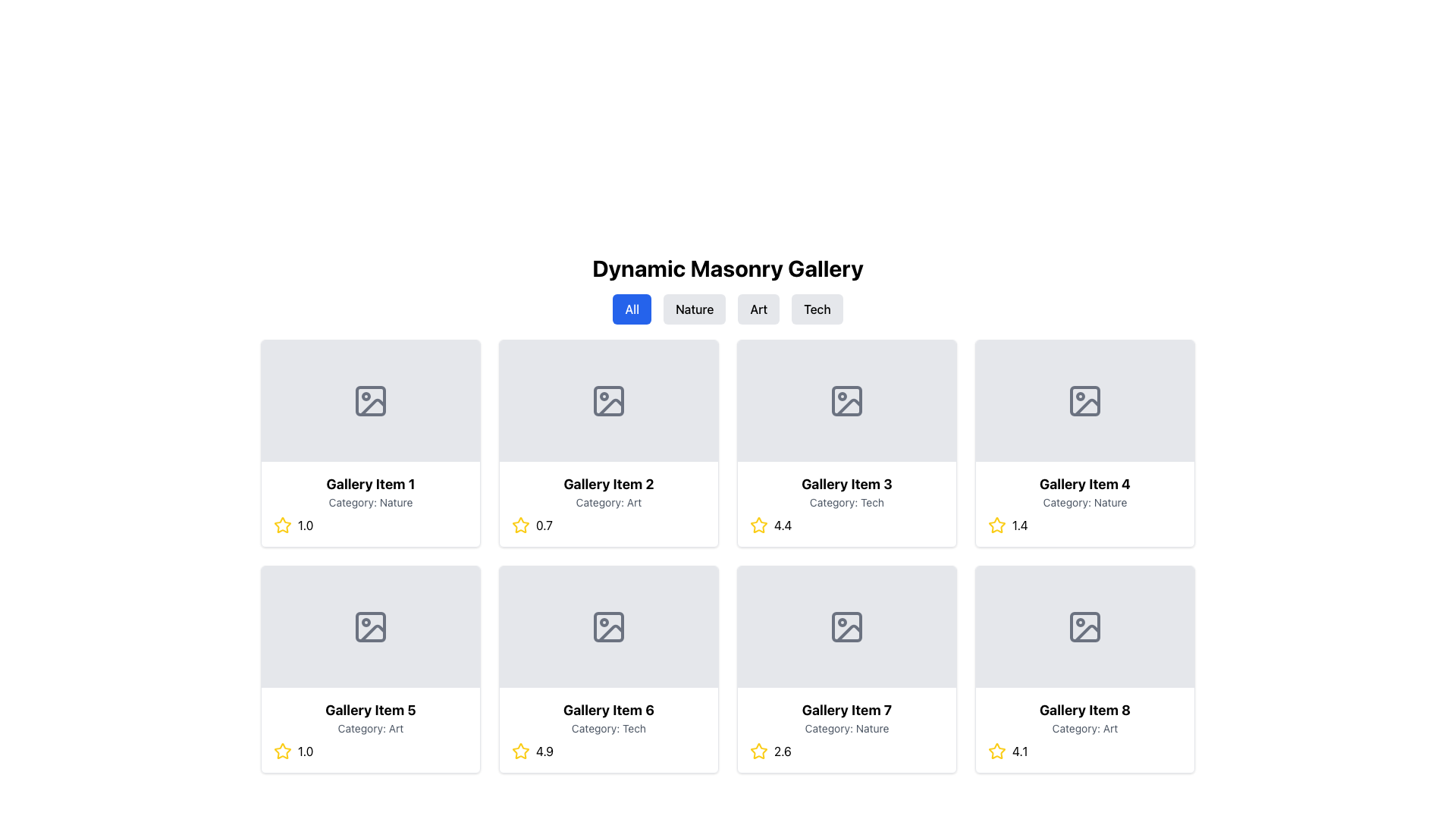  What do you see at coordinates (759, 525) in the screenshot?
I see `the yellow star-shaped icon representing a rating of '4.4' in the third card of the first row in the gallery` at bounding box center [759, 525].